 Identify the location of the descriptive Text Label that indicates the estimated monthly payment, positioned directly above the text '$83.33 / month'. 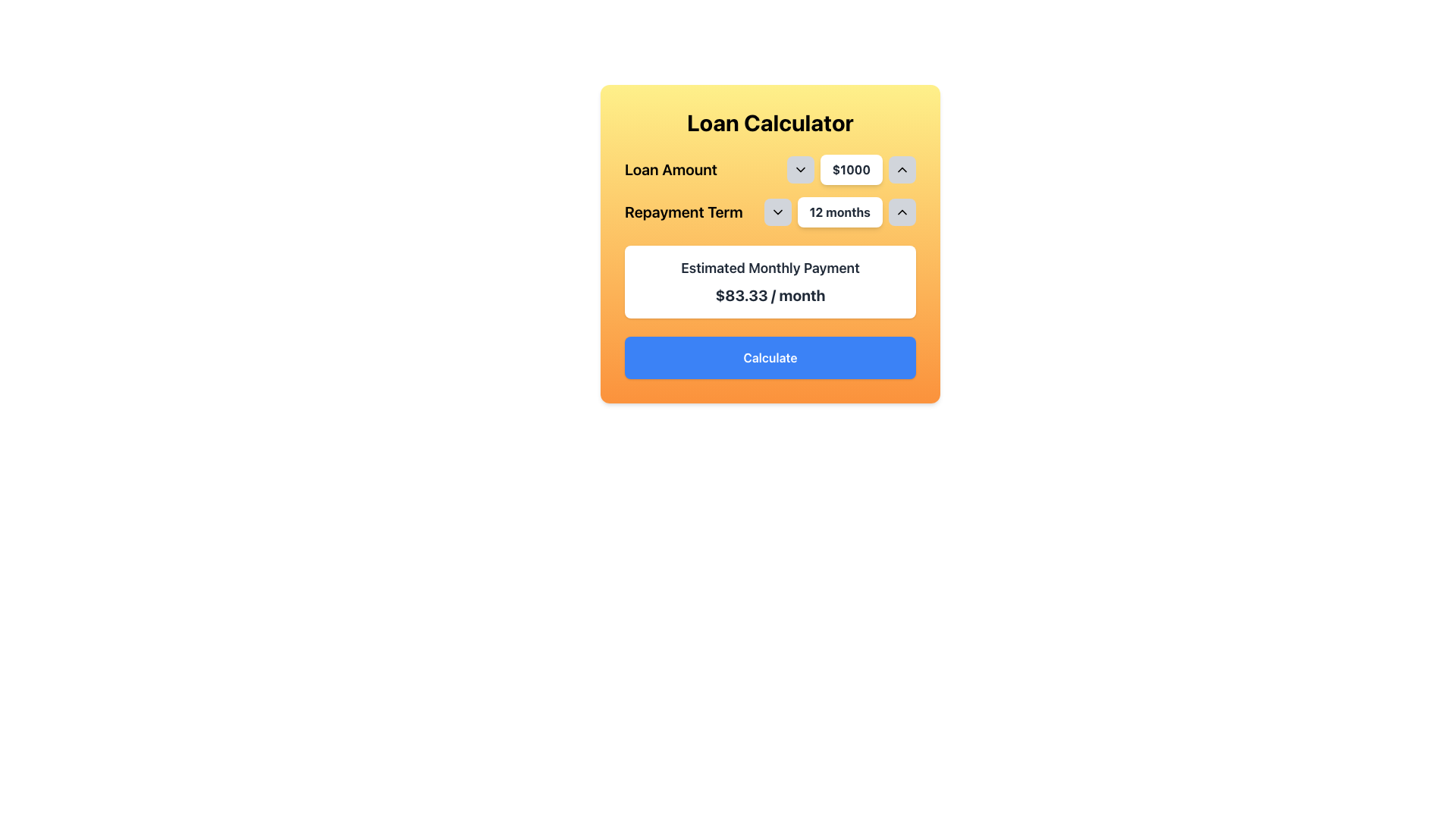
(770, 268).